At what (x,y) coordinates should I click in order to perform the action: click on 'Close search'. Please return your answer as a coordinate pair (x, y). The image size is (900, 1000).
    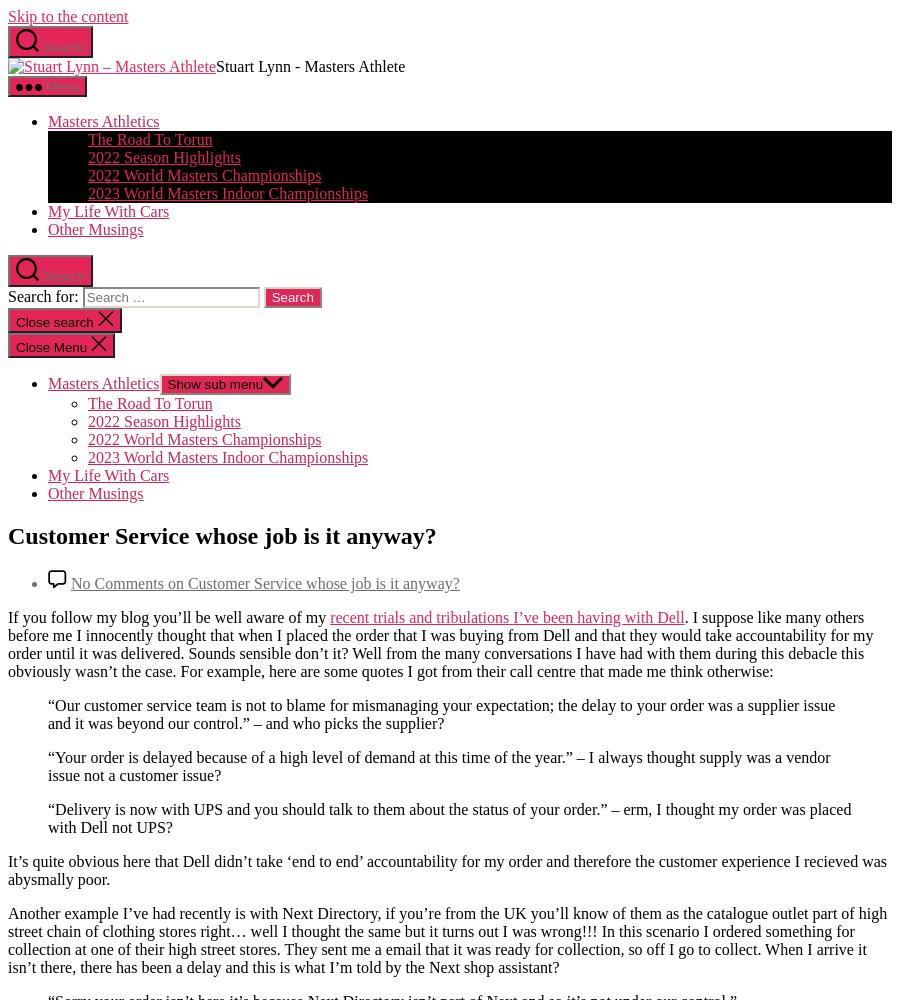
    Looking at the image, I should click on (15, 321).